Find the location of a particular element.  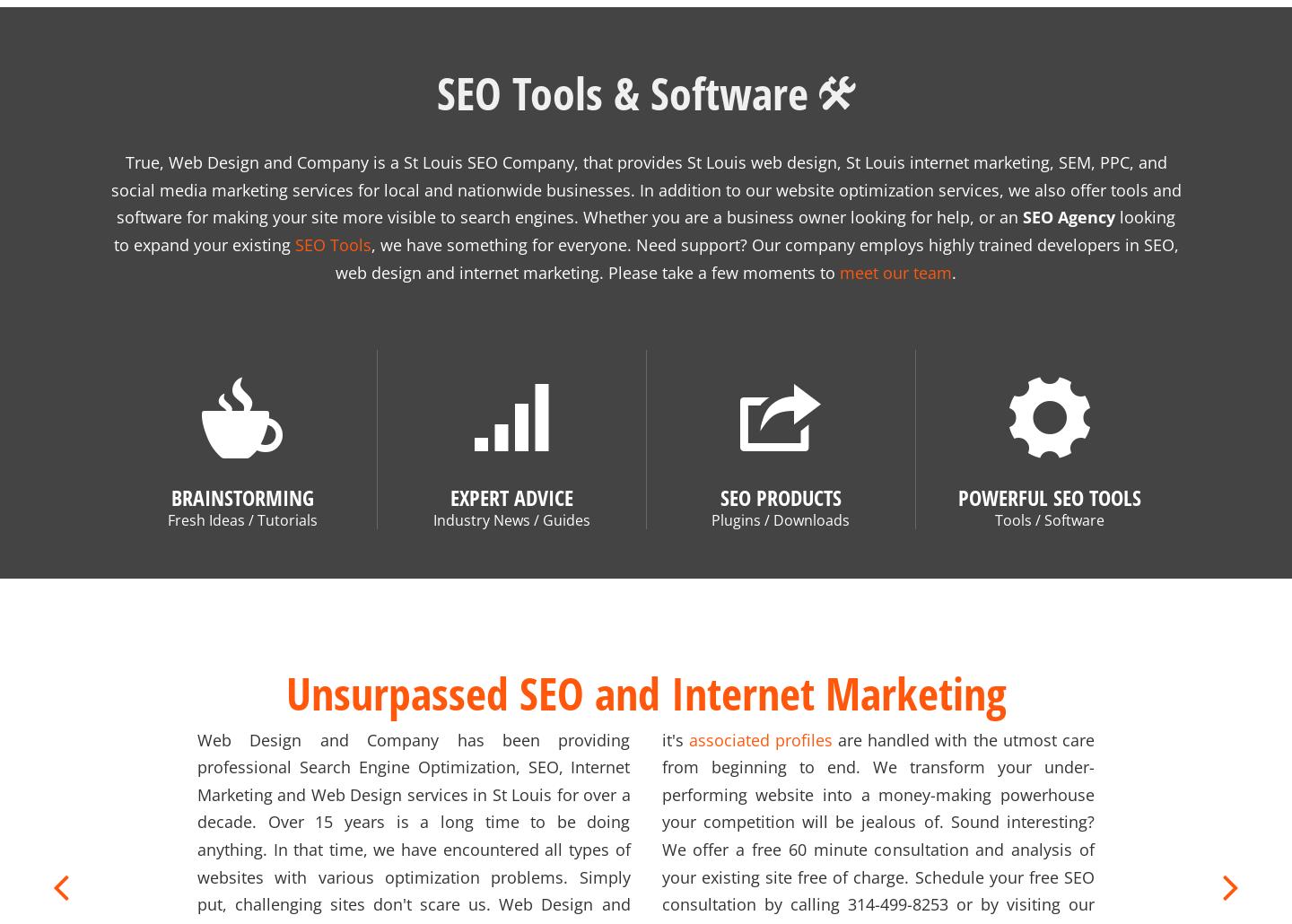

', we have something for everyone. Need support? Our company employs highly trained developers in SEO, web design and internet marketing. Please take a few moments to' is located at coordinates (755, 235).